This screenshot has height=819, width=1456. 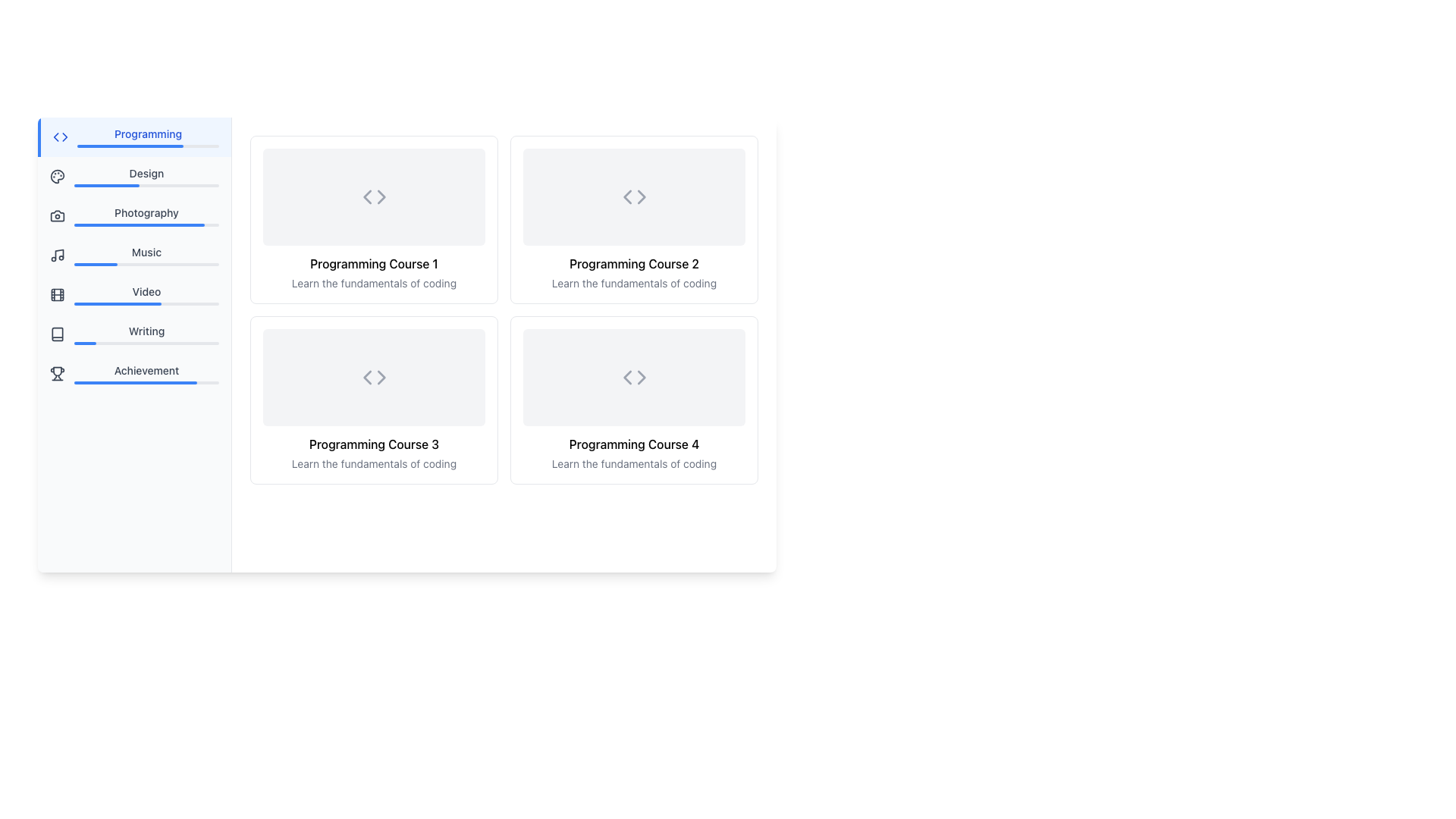 I want to click on the progress bar, so click(x=76, y=304).